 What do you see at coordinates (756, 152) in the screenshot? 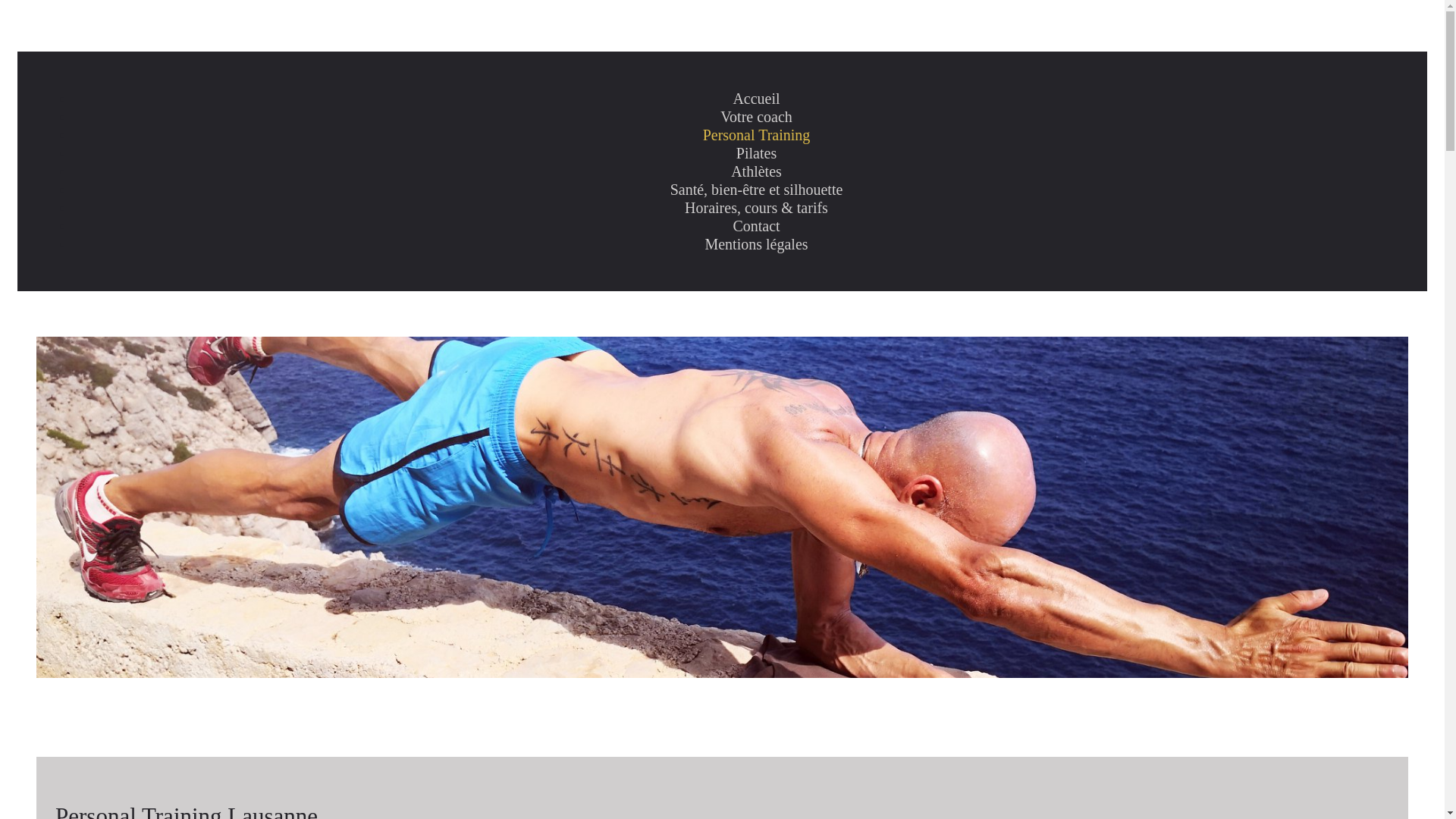
I see `'Pilates'` at bounding box center [756, 152].